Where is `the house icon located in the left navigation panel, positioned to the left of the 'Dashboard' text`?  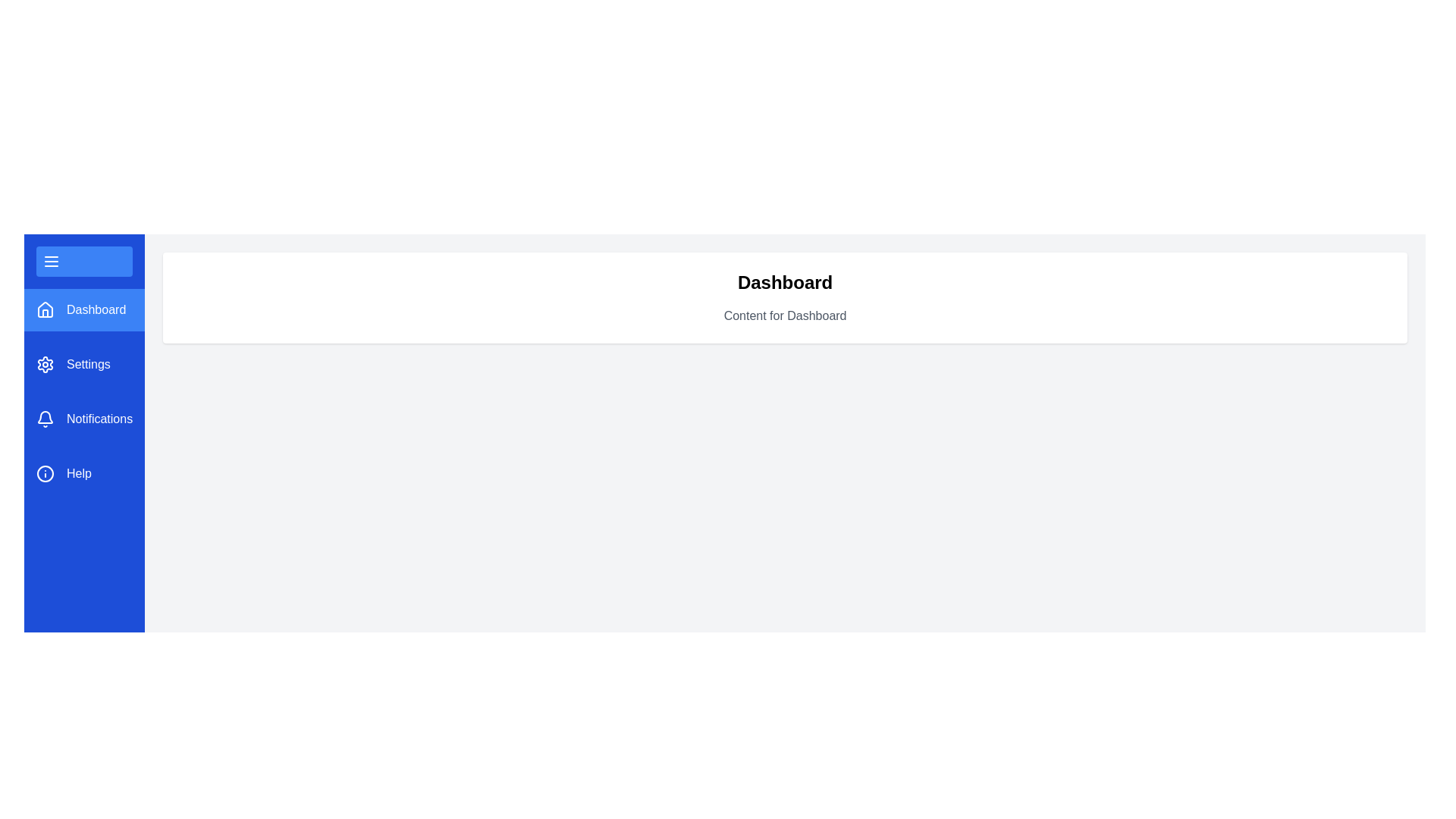
the house icon located in the left navigation panel, positioned to the left of the 'Dashboard' text is located at coordinates (45, 309).